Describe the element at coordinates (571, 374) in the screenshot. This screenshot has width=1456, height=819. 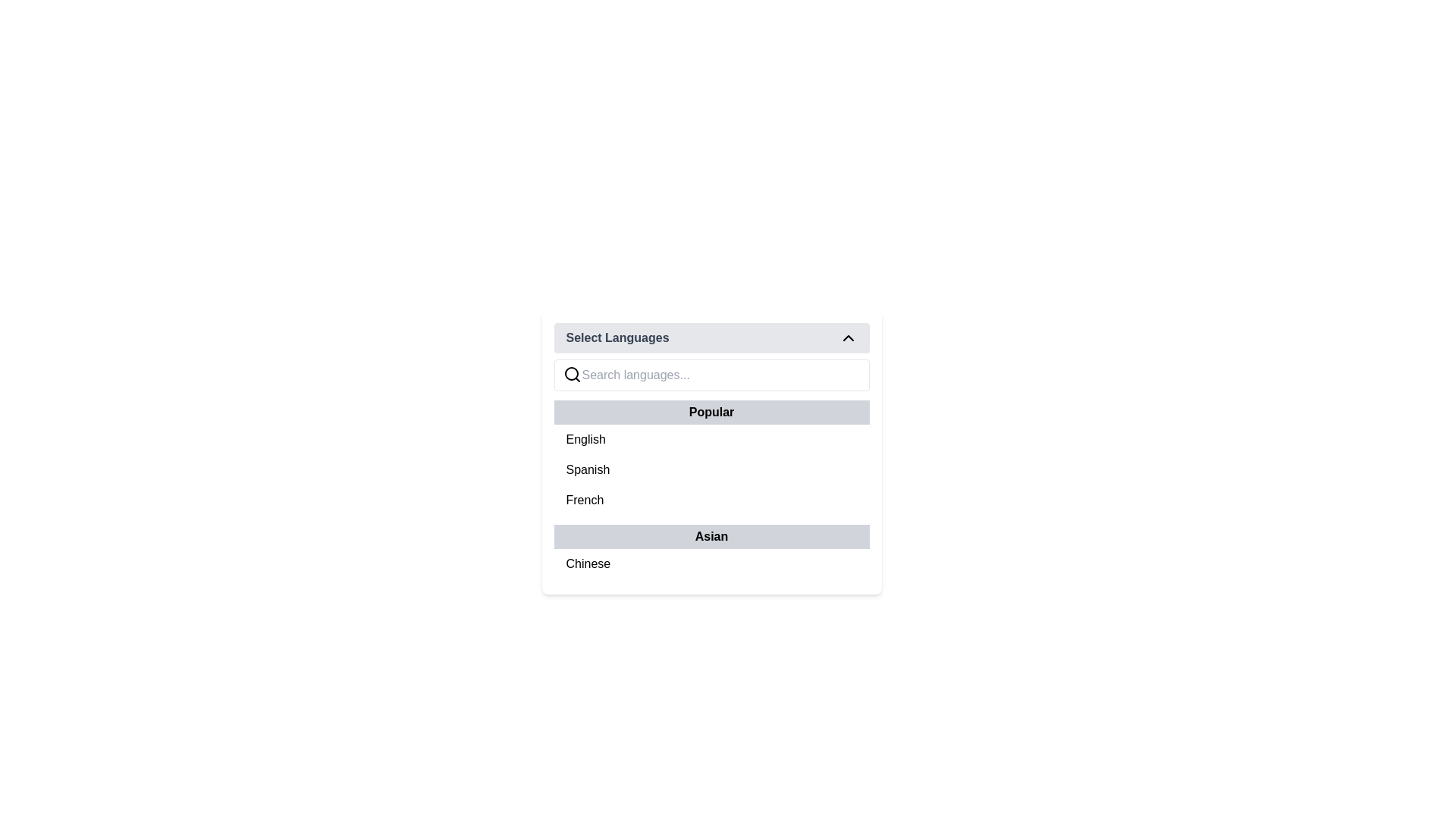
I see `the magnifying glass icon located in the top-left corner of the search bar component, which is under the 'Select Languages' label in the dropdown menu` at that location.